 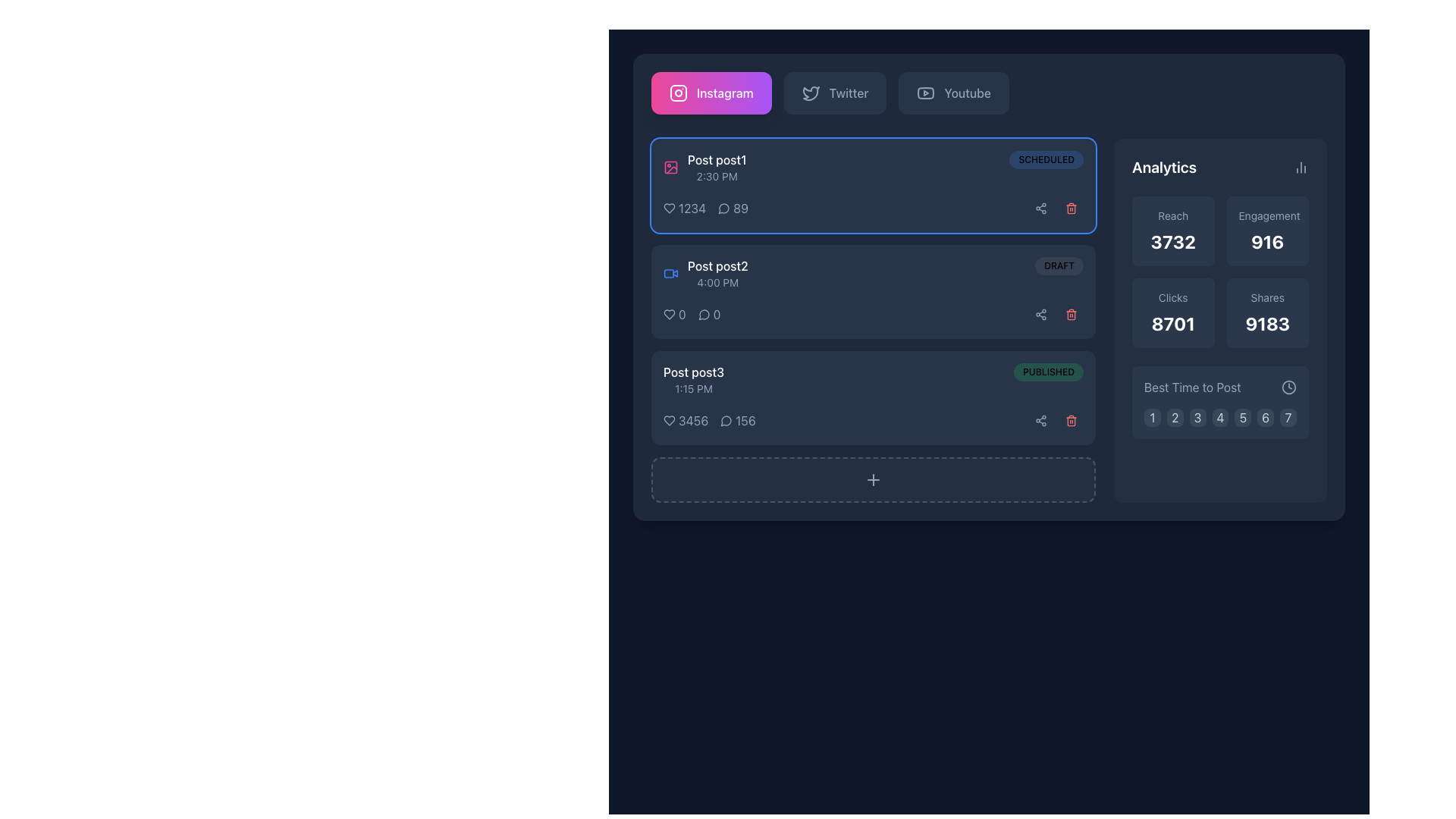 I want to click on the '+' icon button, which is styled in a minimalistic manner with a light-colored stroke, located at the bottom of the posts panel, so click(x=874, y=479).